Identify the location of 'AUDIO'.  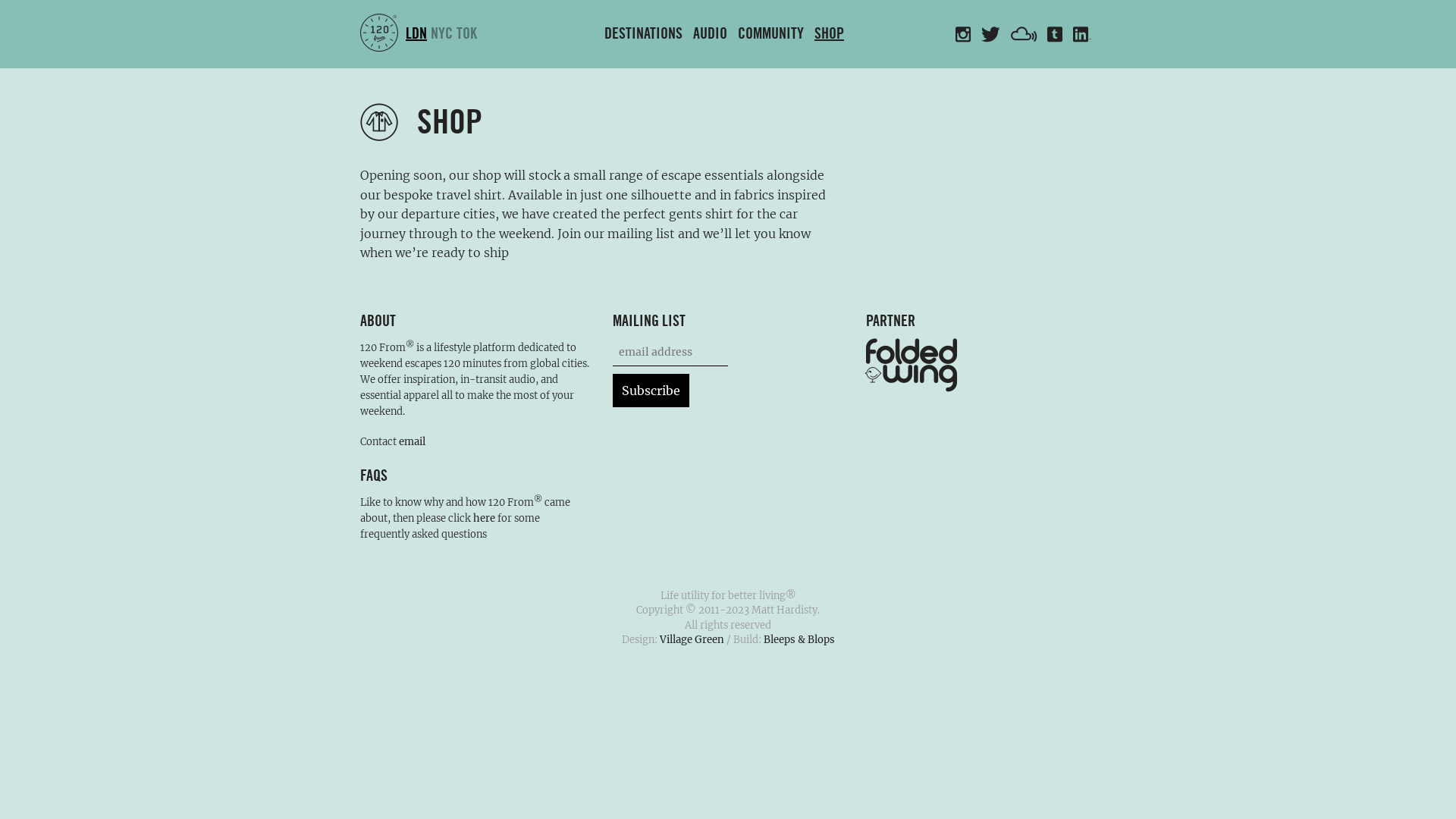
(709, 34).